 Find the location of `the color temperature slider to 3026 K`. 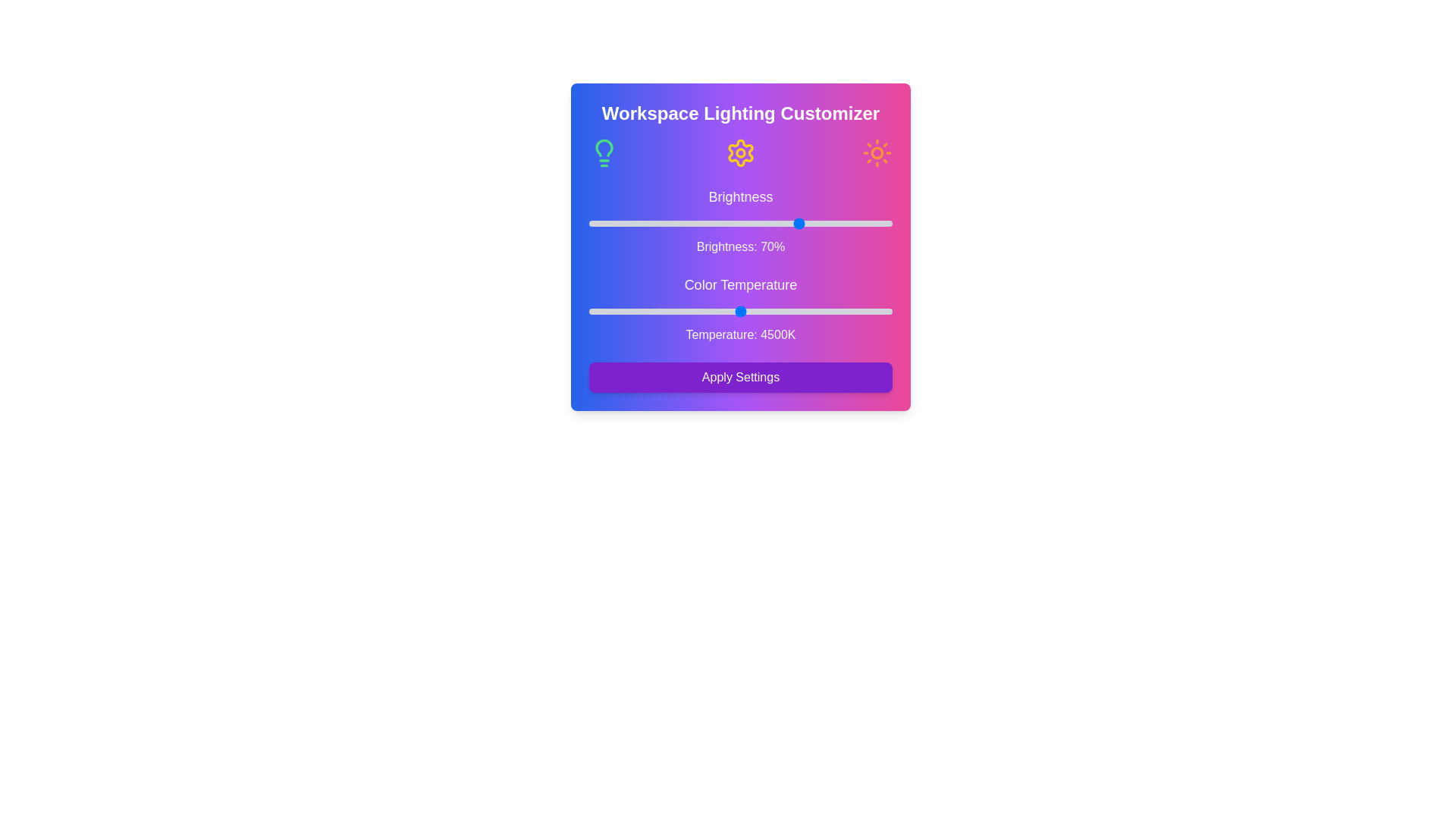

the color temperature slider to 3026 K is located at coordinates (629, 311).